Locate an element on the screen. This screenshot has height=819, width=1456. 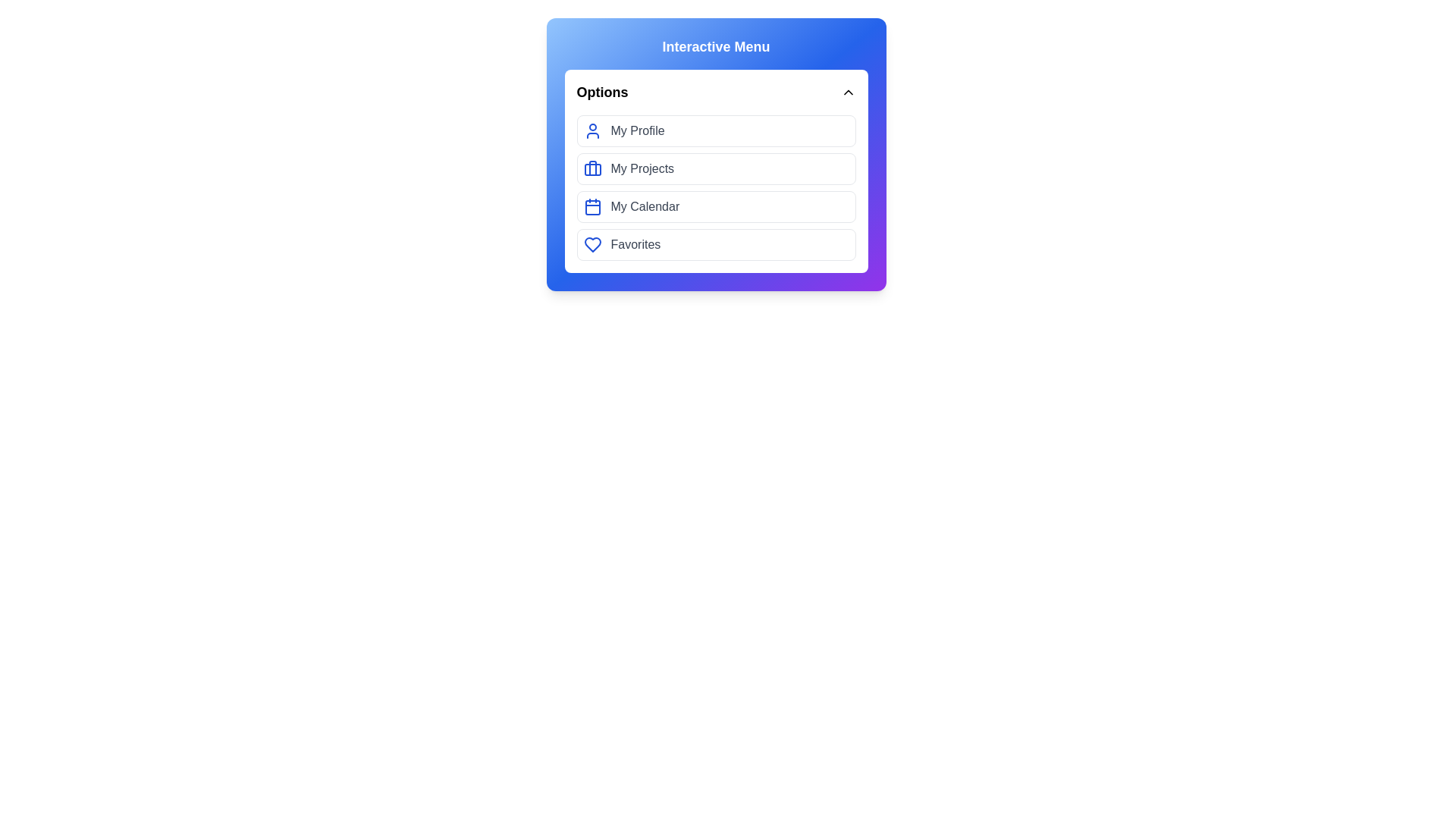
the 'Calendar' button located in the 'Interactive Menu' by navigating is located at coordinates (715, 207).